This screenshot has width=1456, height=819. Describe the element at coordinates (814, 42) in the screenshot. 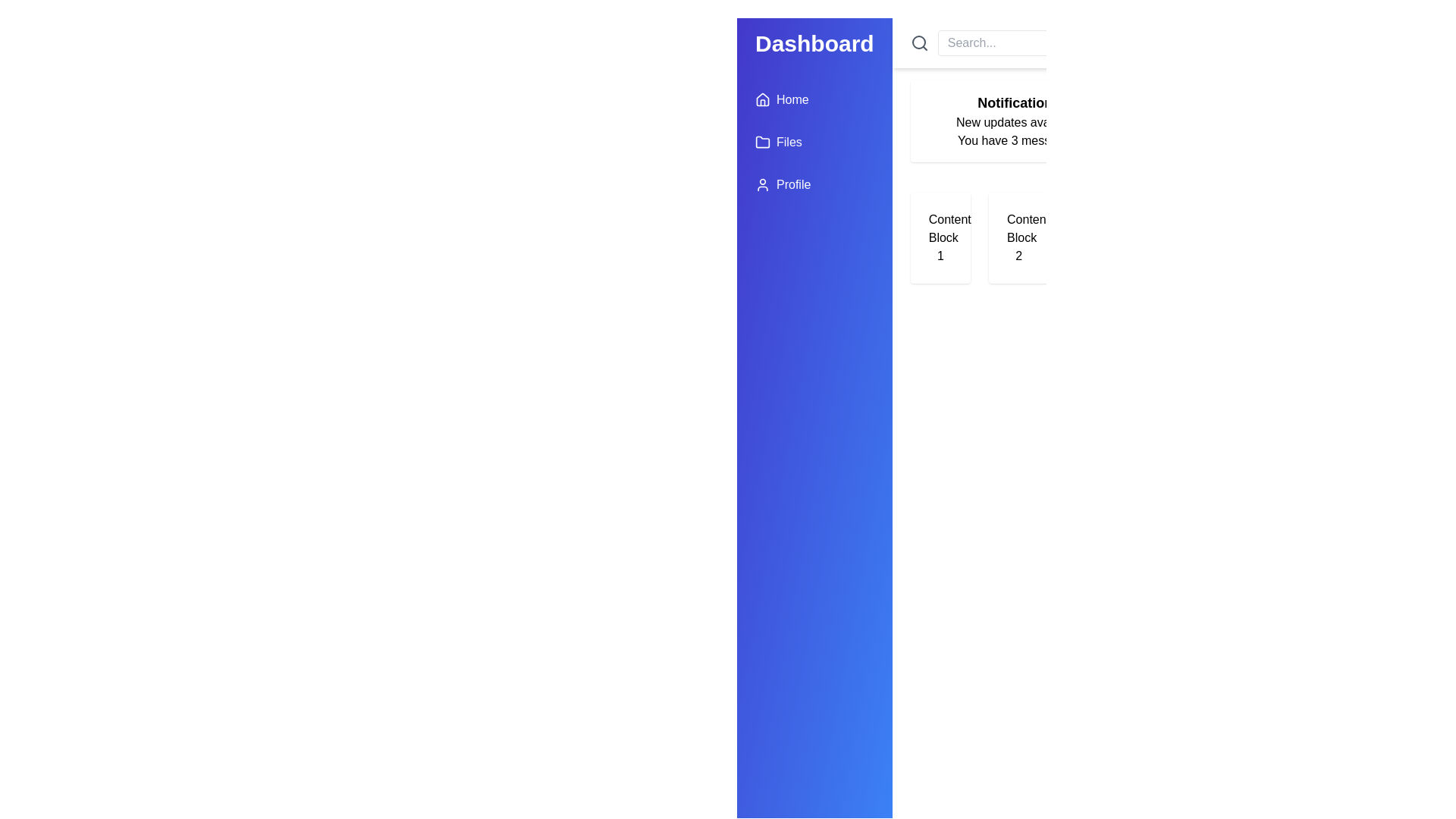

I see `the Text Label that serves as the title for the navigation sidebar, indicating the current section of the interface` at that location.